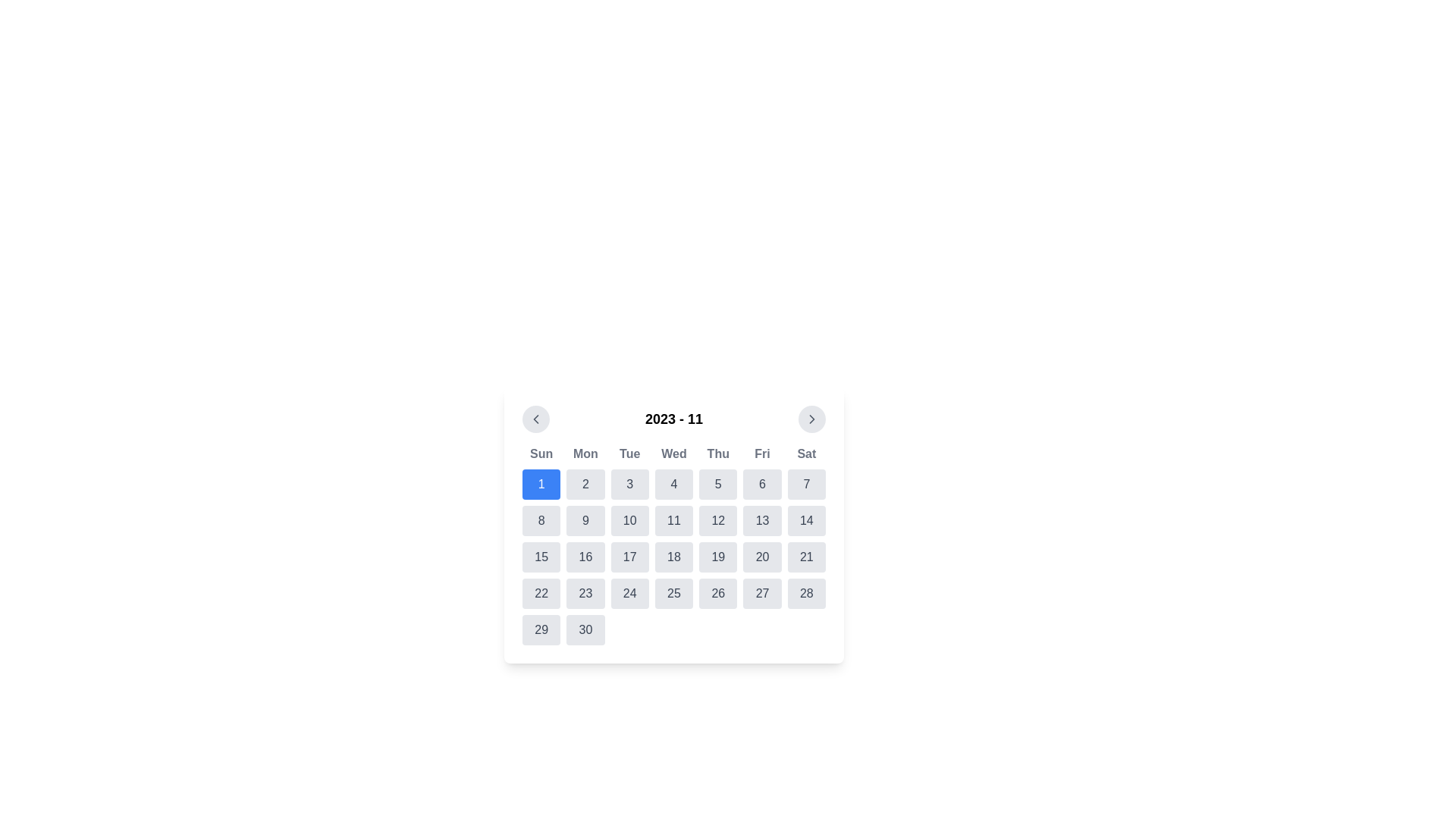 The width and height of the screenshot is (1456, 819). Describe the element at coordinates (717, 593) in the screenshot. I see `the button for selecting the date '26' in the calendar interface` at that location.